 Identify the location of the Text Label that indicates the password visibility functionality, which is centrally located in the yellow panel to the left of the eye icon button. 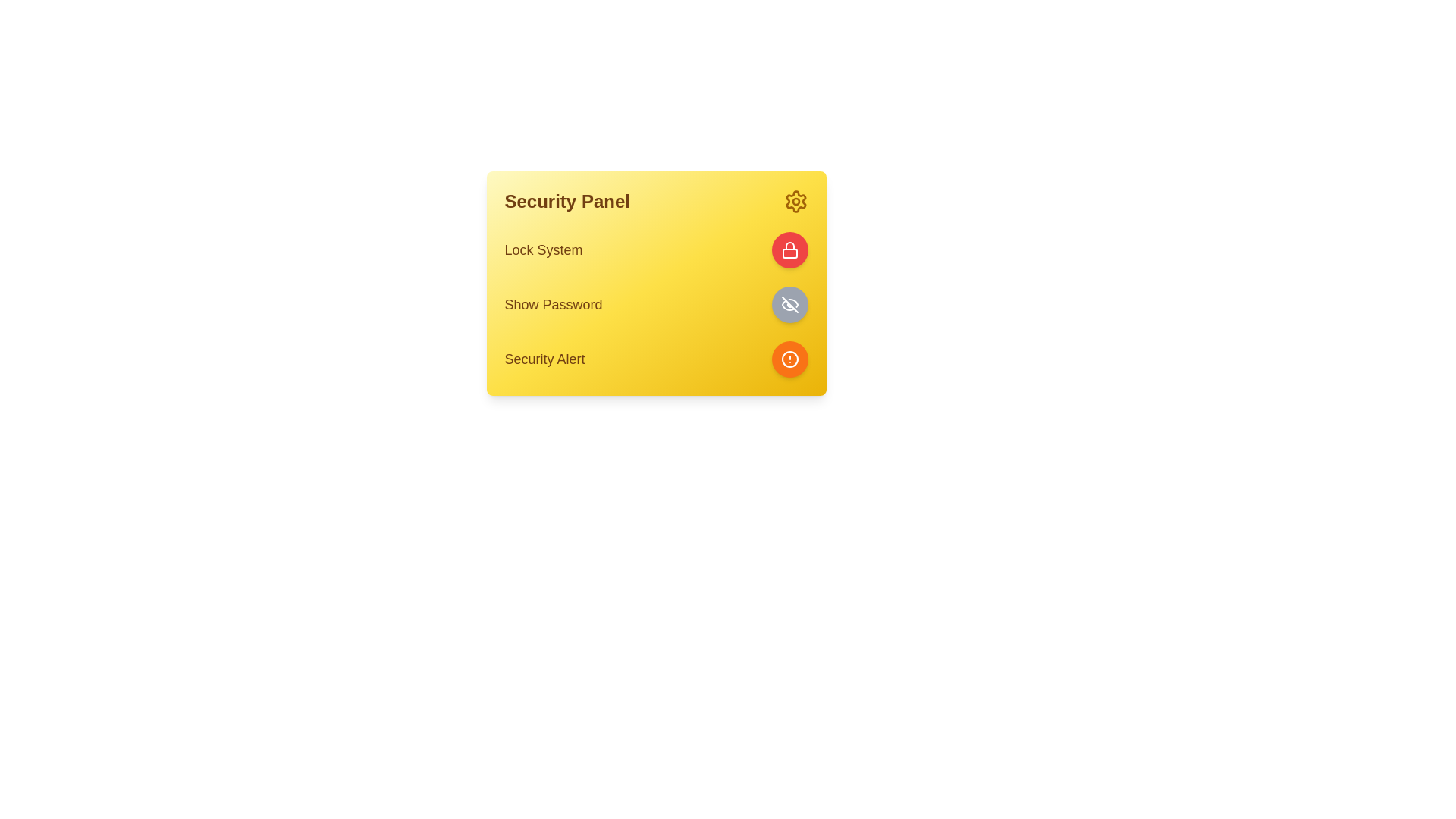
(552, 304).